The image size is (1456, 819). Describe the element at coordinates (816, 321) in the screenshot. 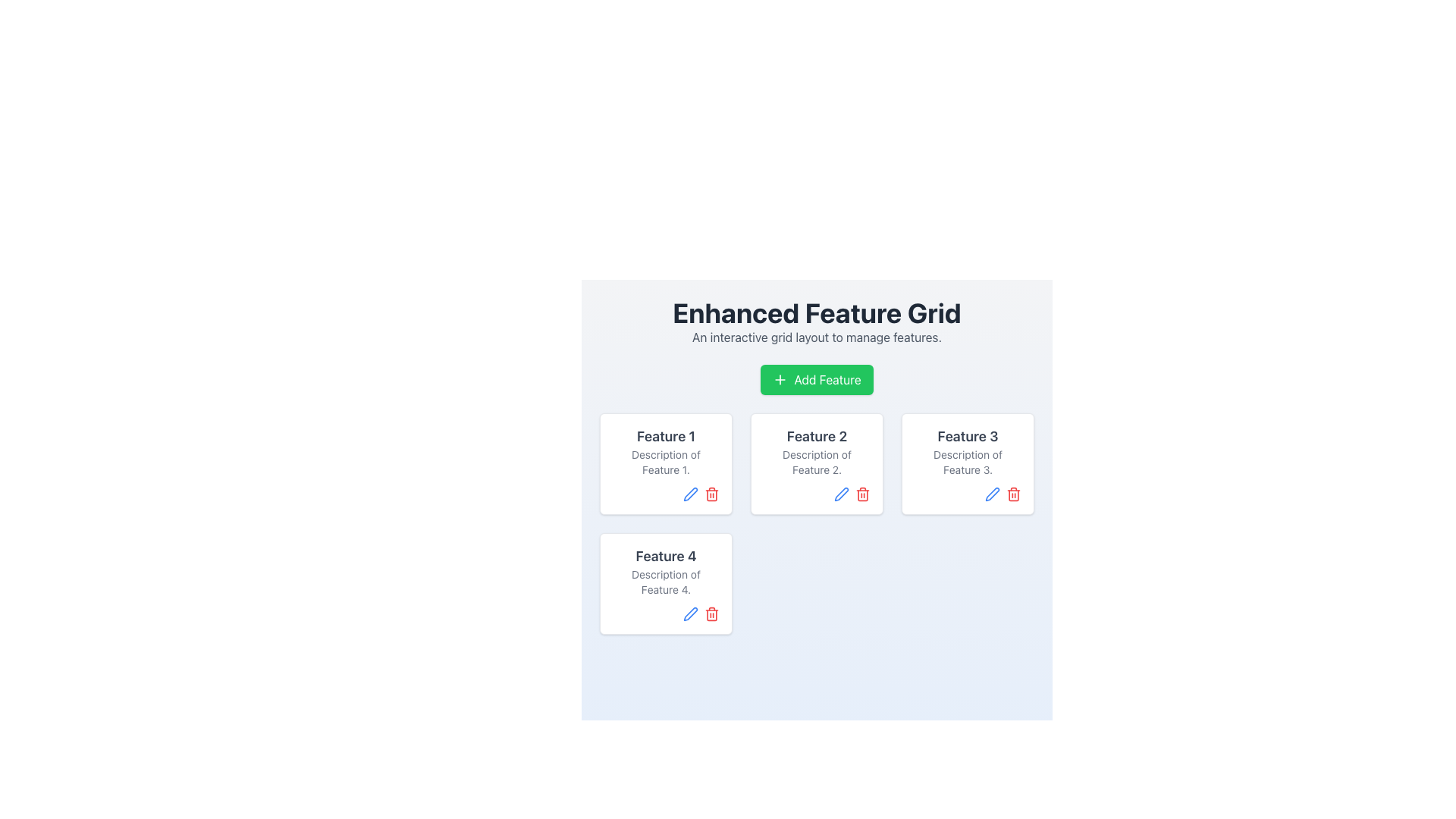

I see `the heading element located at the top-center of the interface, which introduces the section and is positioned directly above the green 'Add Feature' button` at that location.